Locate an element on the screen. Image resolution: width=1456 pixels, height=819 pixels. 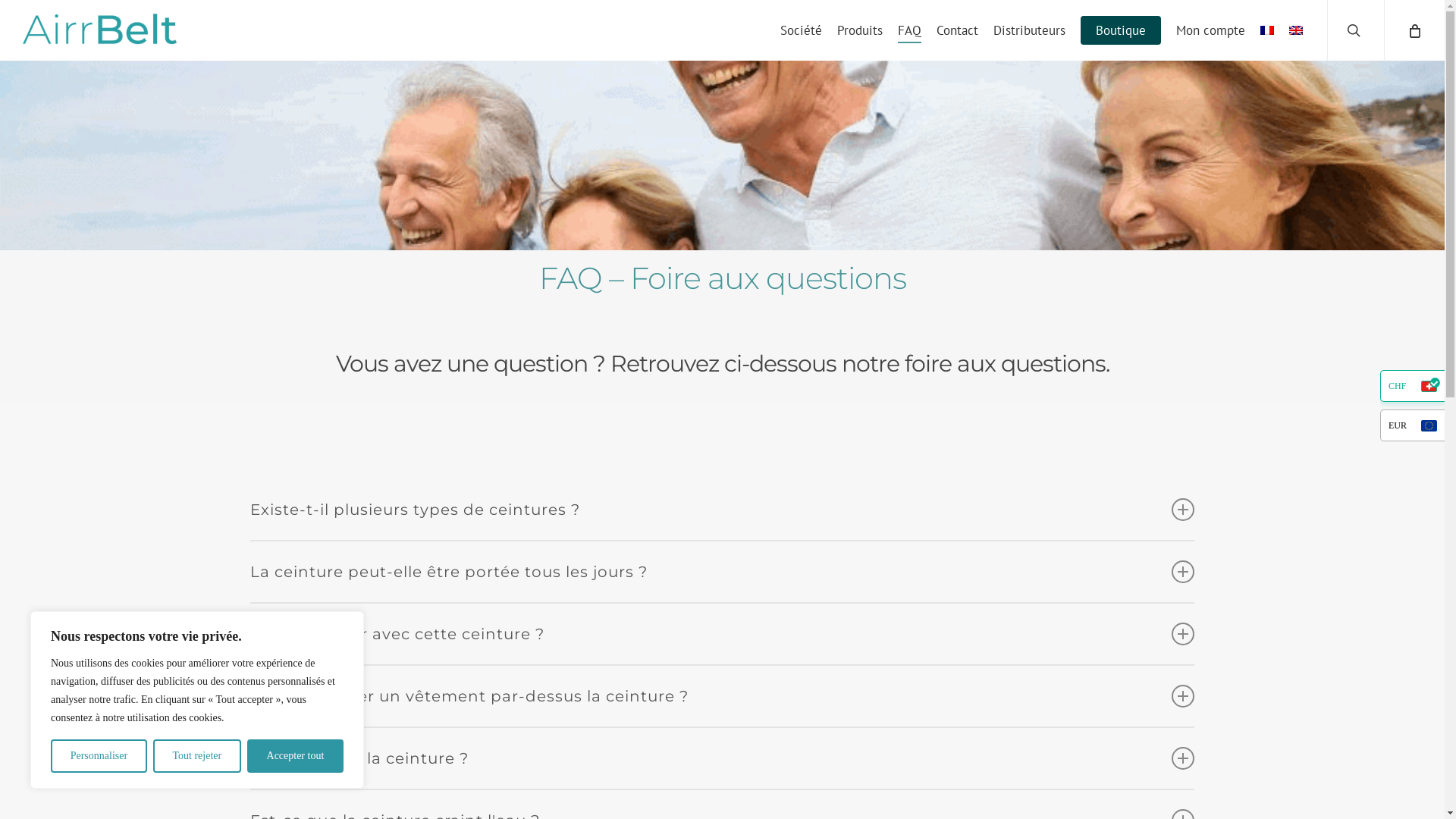
'Mon compte' is located at coordinates (1210, 30).